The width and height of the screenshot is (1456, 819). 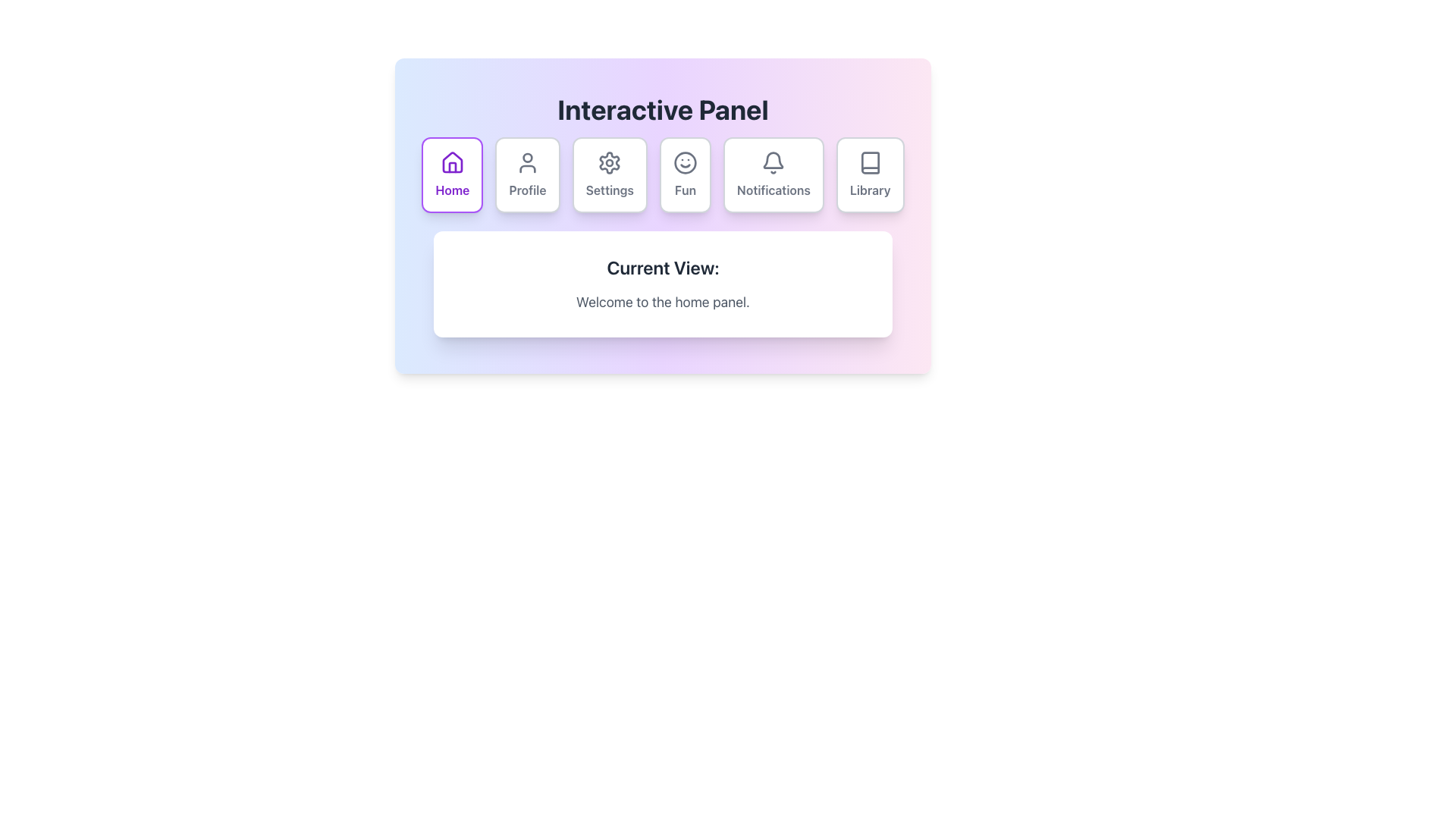 What do you see at coordinates (528, 163) in the screenshot?
I see `the 'Profile' SVG Icon, which is located at the center of the 'Profile' button, the second button from the left in the row of interactive buttons at the top of the interface` at bounding box center [528, 163].